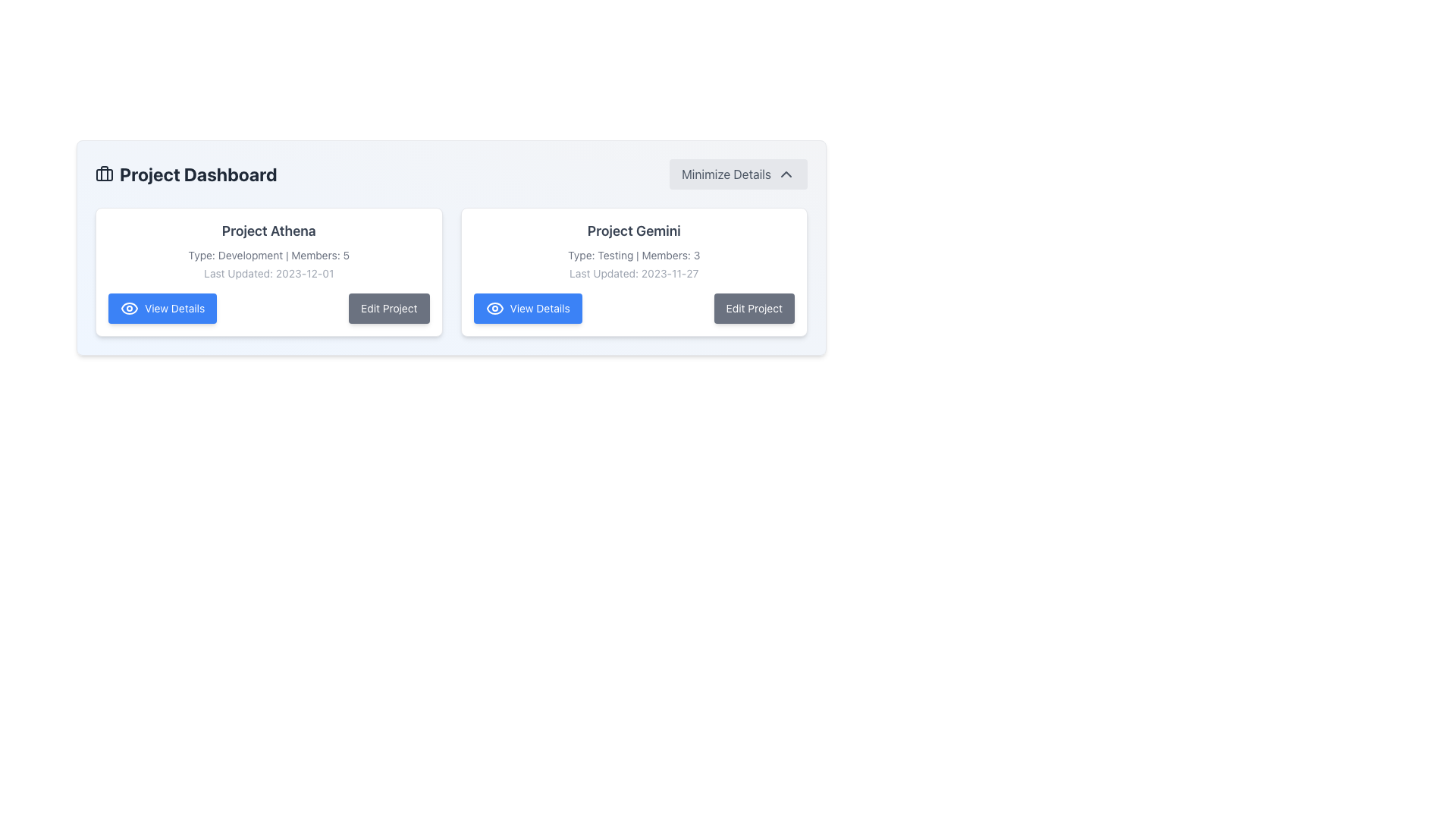 This screenshot has width=1456, height=819. What do you see at coordinates (104, 172) in the screenshot?
I see `the decorative rectangle component within the briefcase icon, which is located to the left of the 'Project Dashboard' heading text` at bounding box center [104, 172].